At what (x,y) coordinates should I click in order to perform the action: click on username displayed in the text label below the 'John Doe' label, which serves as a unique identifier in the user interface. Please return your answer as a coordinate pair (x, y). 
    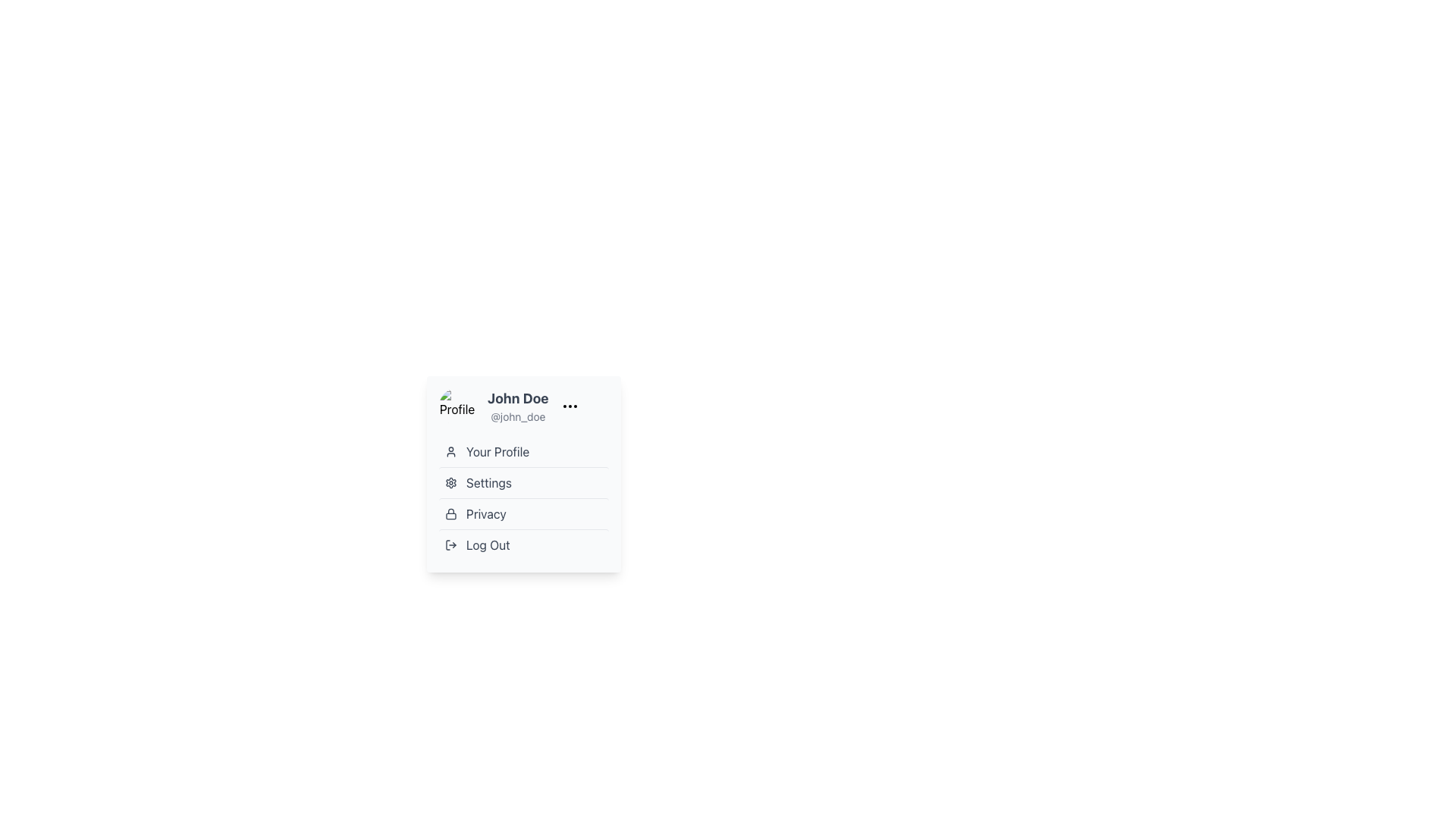
    Looking at the image, I should click on (518, 417).